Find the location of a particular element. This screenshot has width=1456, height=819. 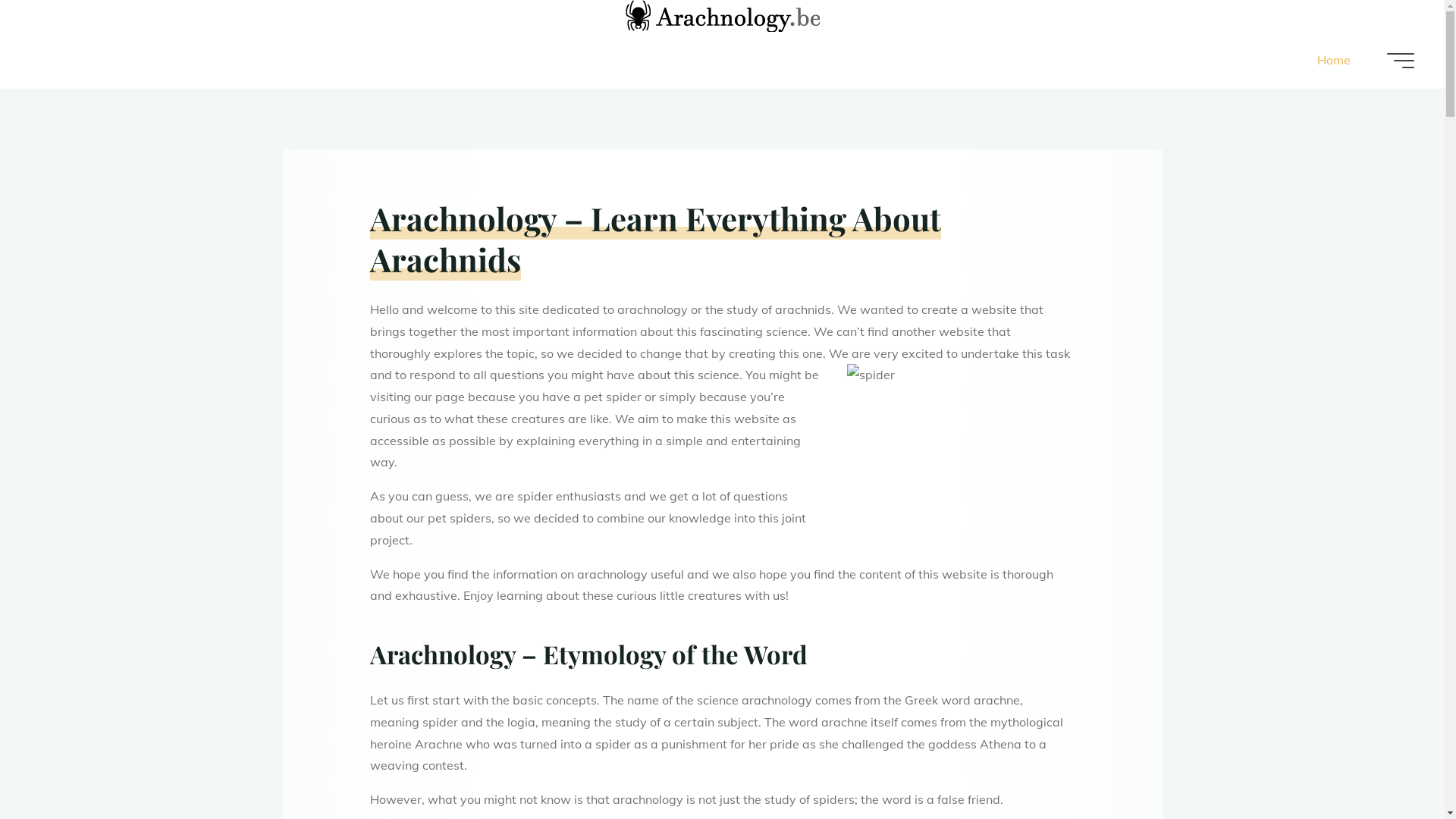

'Home' is located at coordinates (1291, 59).